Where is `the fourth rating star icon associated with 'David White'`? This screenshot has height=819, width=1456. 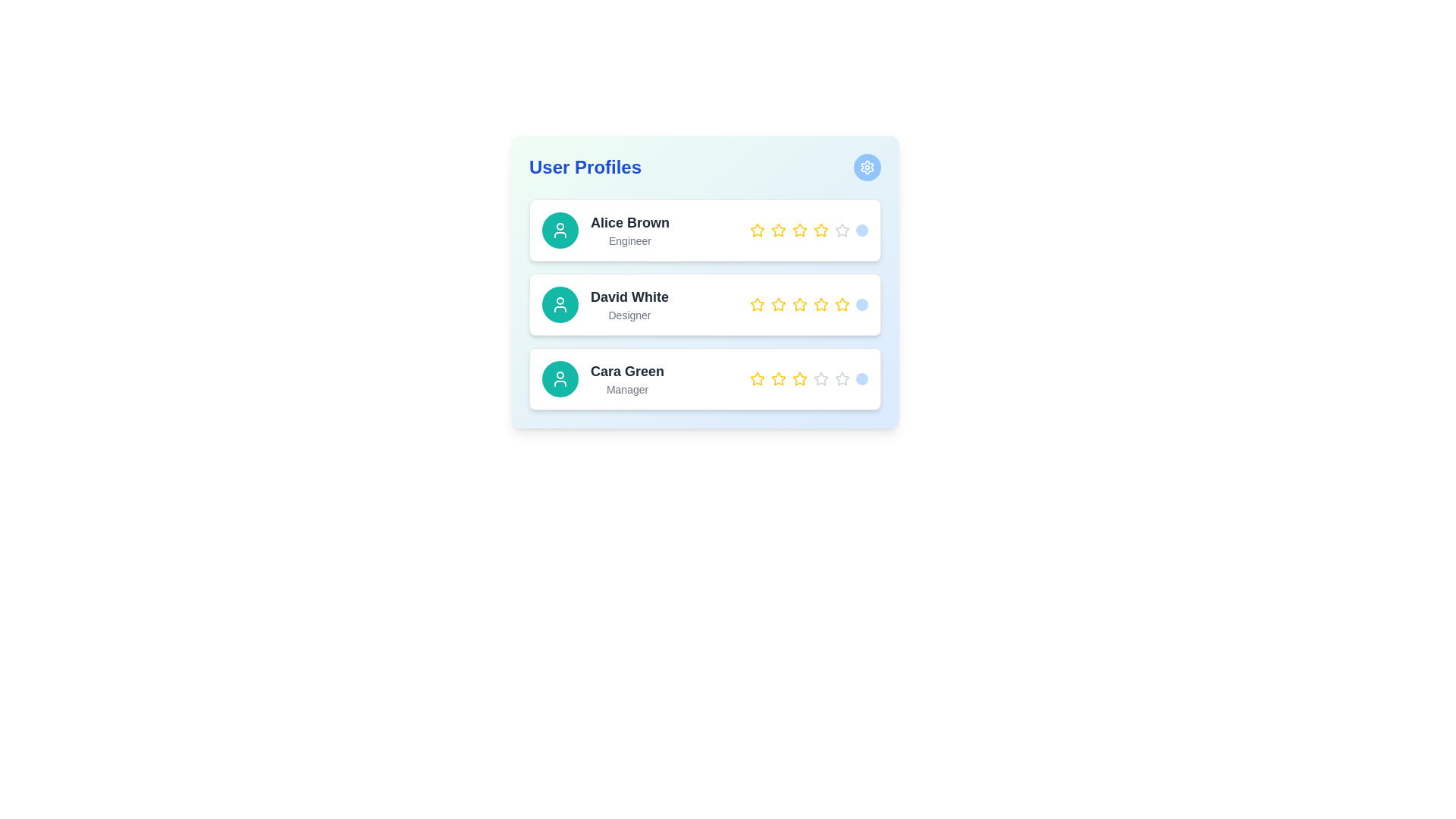
the fourth rating star icon associated with 'David White' is located at coordinates (821, 304).